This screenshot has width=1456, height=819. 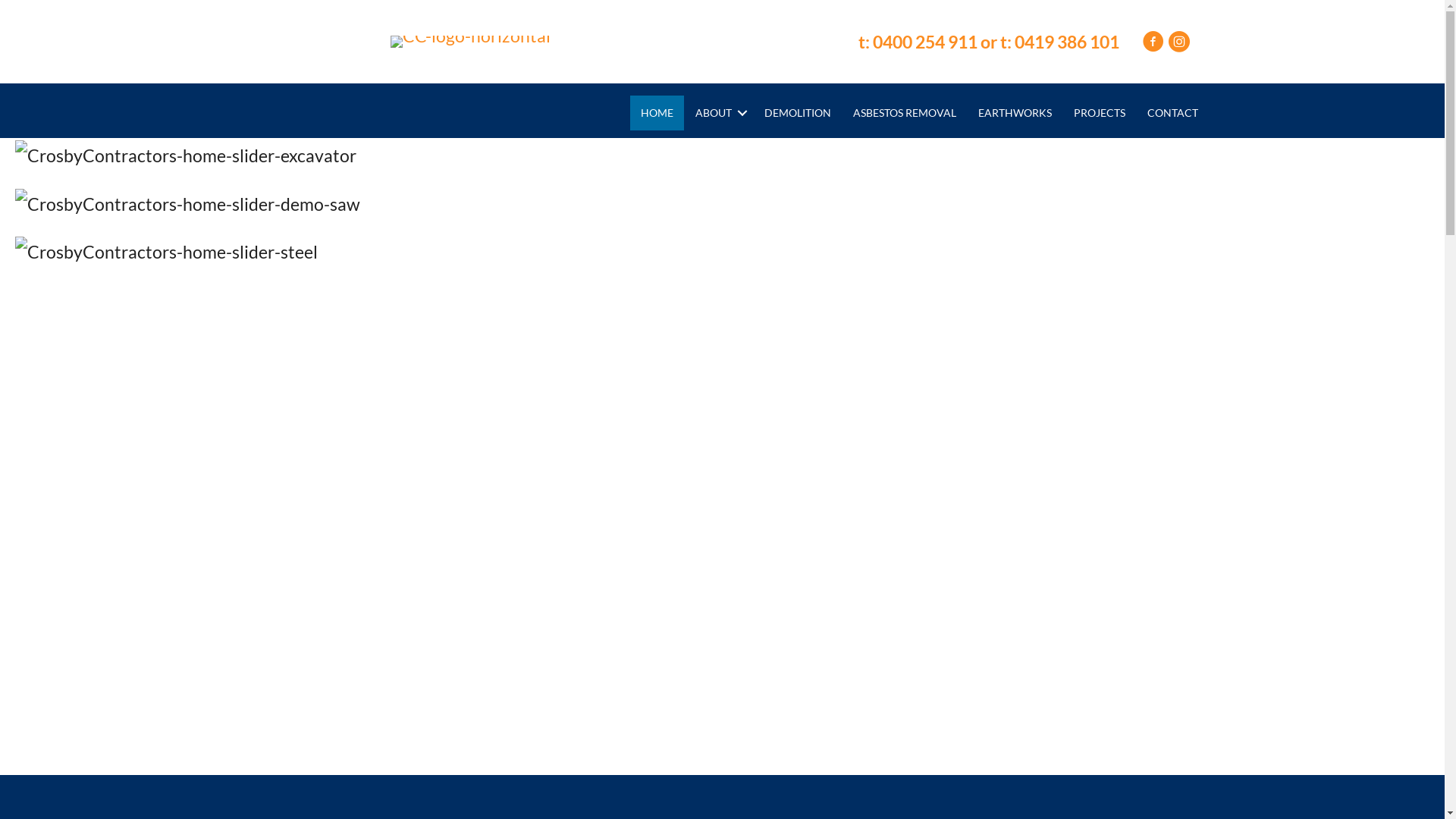 I want to click on 'EARTHWORKS', so click(x=967, y=112).